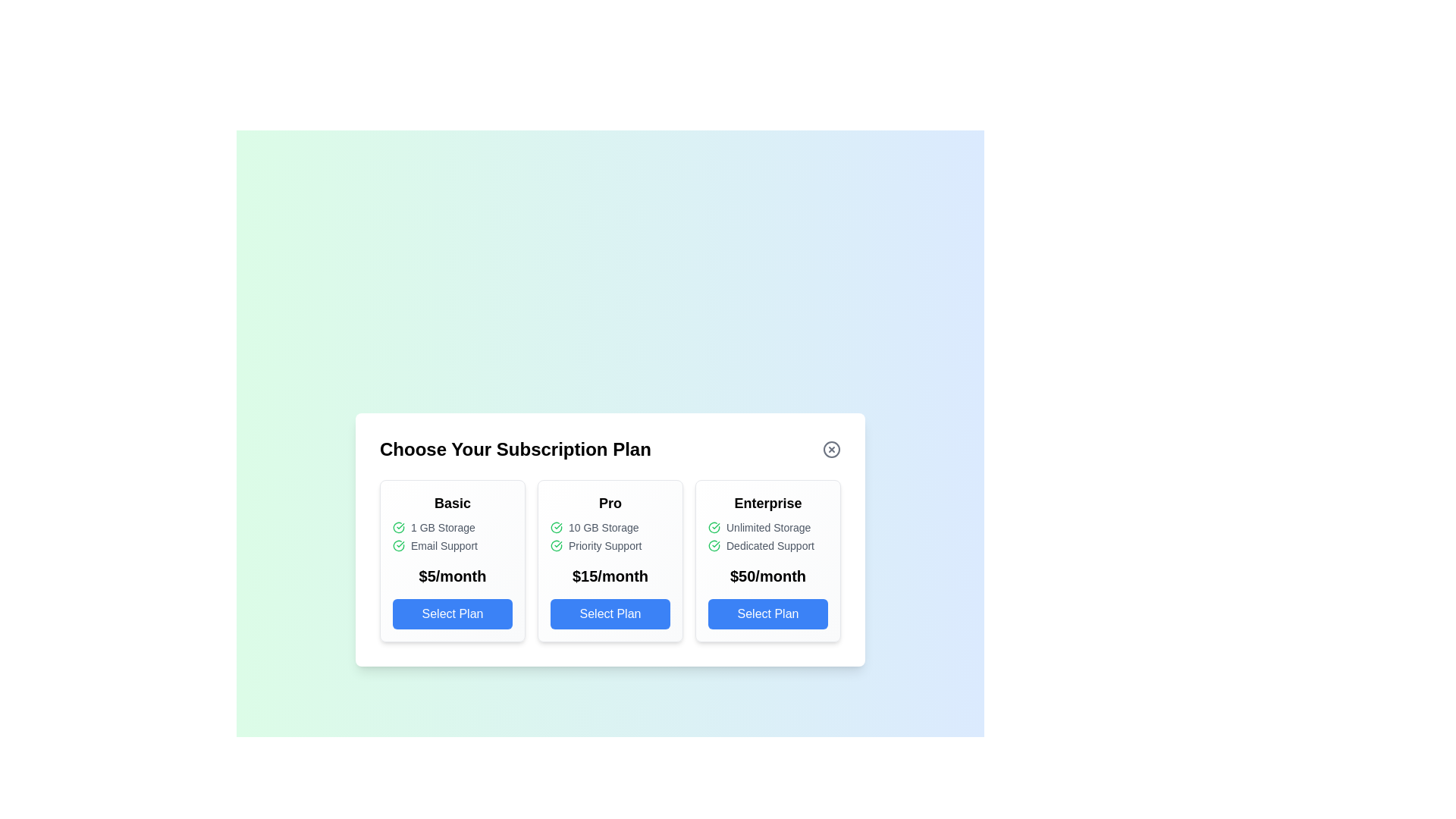  Describe the element at coordinates (451, 614) in the screenshot. I see `the Basic subscription plan by clicking its corresponding 'Select Plan' button` at that location.